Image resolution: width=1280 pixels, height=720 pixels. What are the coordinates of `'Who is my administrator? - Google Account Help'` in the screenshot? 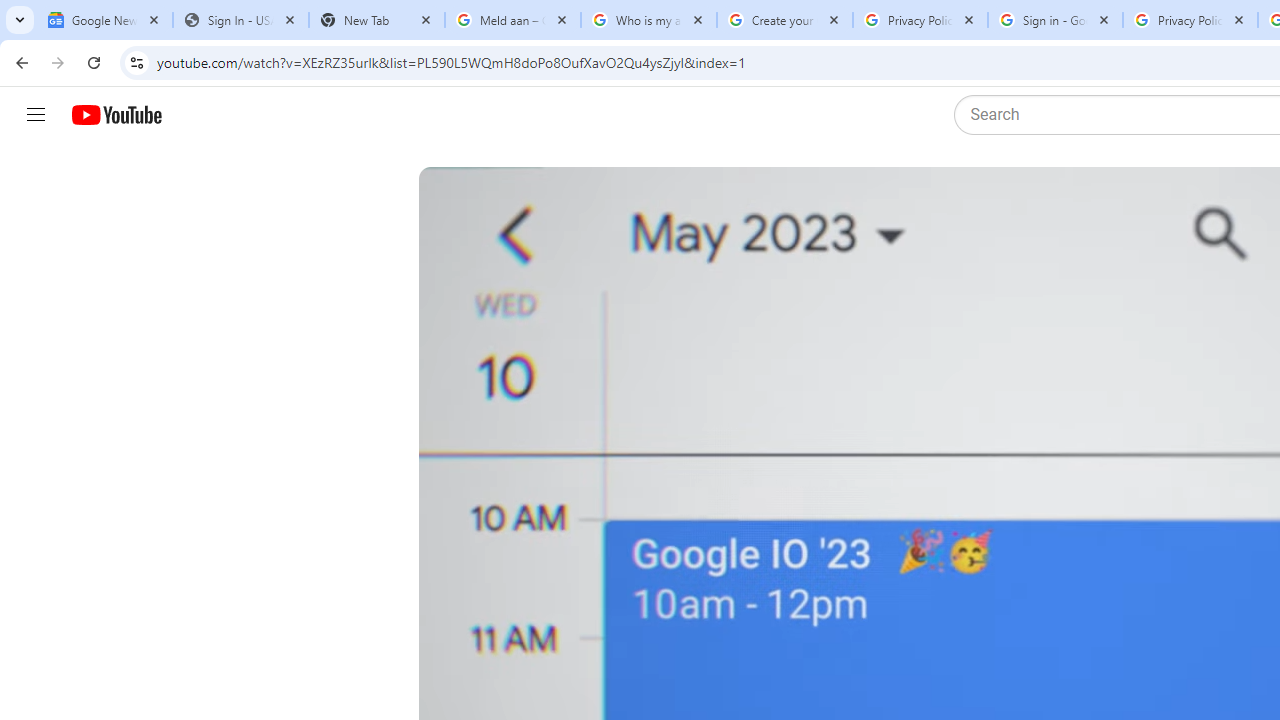 It's located at (648, 20).